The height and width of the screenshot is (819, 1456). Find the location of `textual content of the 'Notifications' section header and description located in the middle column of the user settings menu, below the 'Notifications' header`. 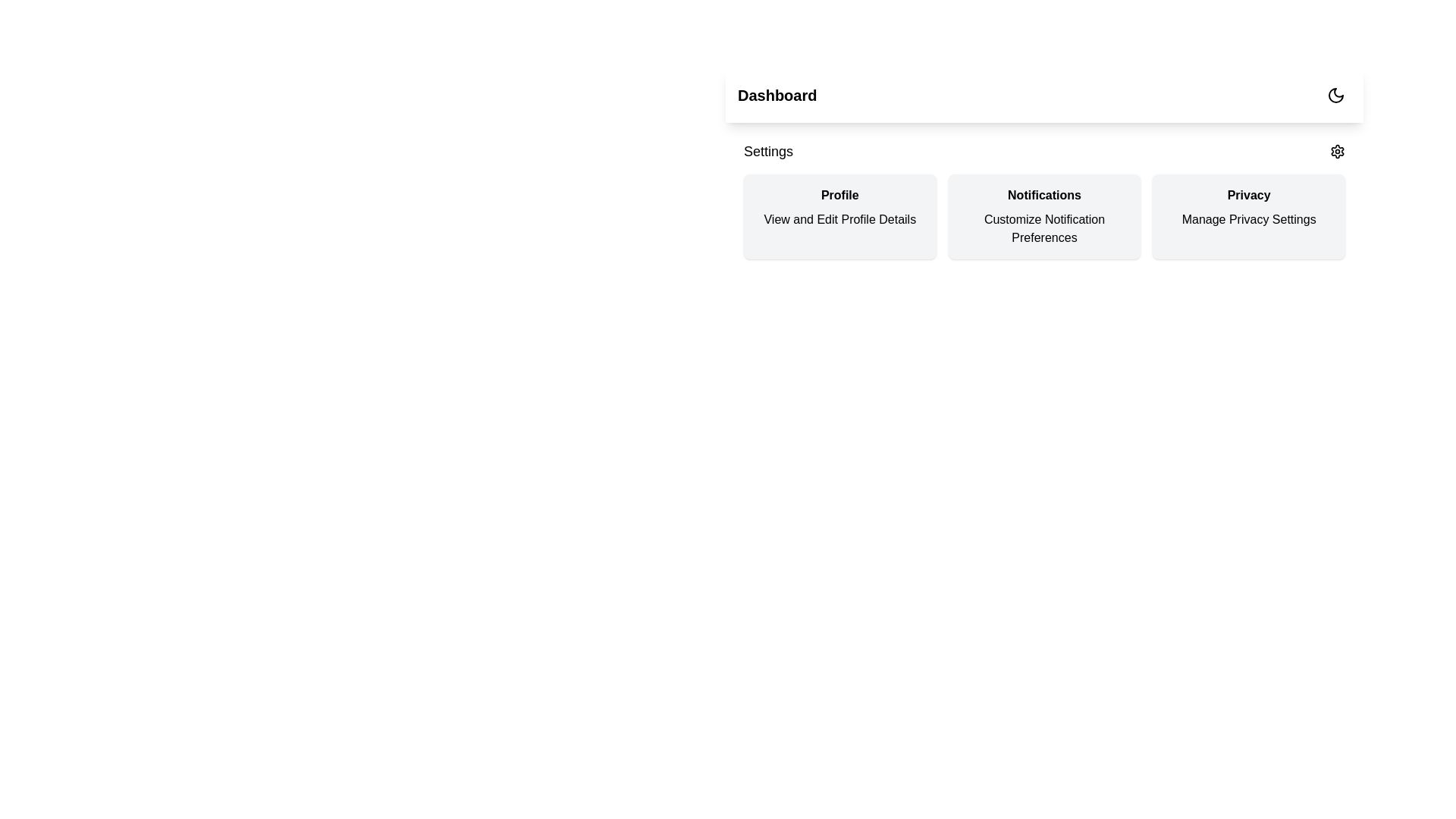

textual content of the 'Notifications' section header and description located in the middle column of the user settings menu, below the 'Notifications' header is located at coordinates (1043, 199).